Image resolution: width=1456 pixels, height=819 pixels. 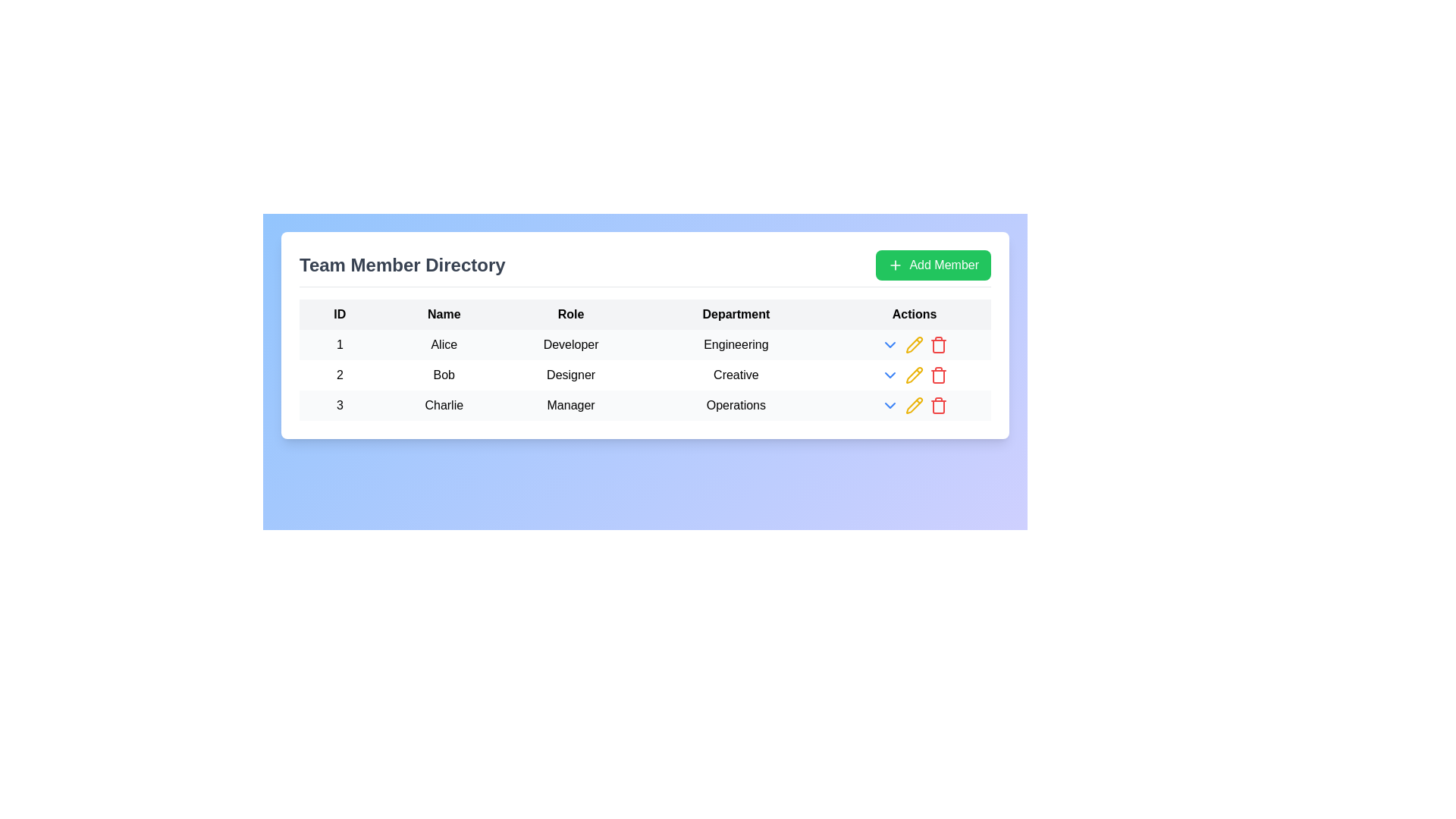 What do you see at coordinates (645, 375) in the screenshot?
I see `the second row in the table containing data entries for ID '2', Name 'Bob', Role 'Designer', and Department 'Creative'` at bounding box center [645, 375].